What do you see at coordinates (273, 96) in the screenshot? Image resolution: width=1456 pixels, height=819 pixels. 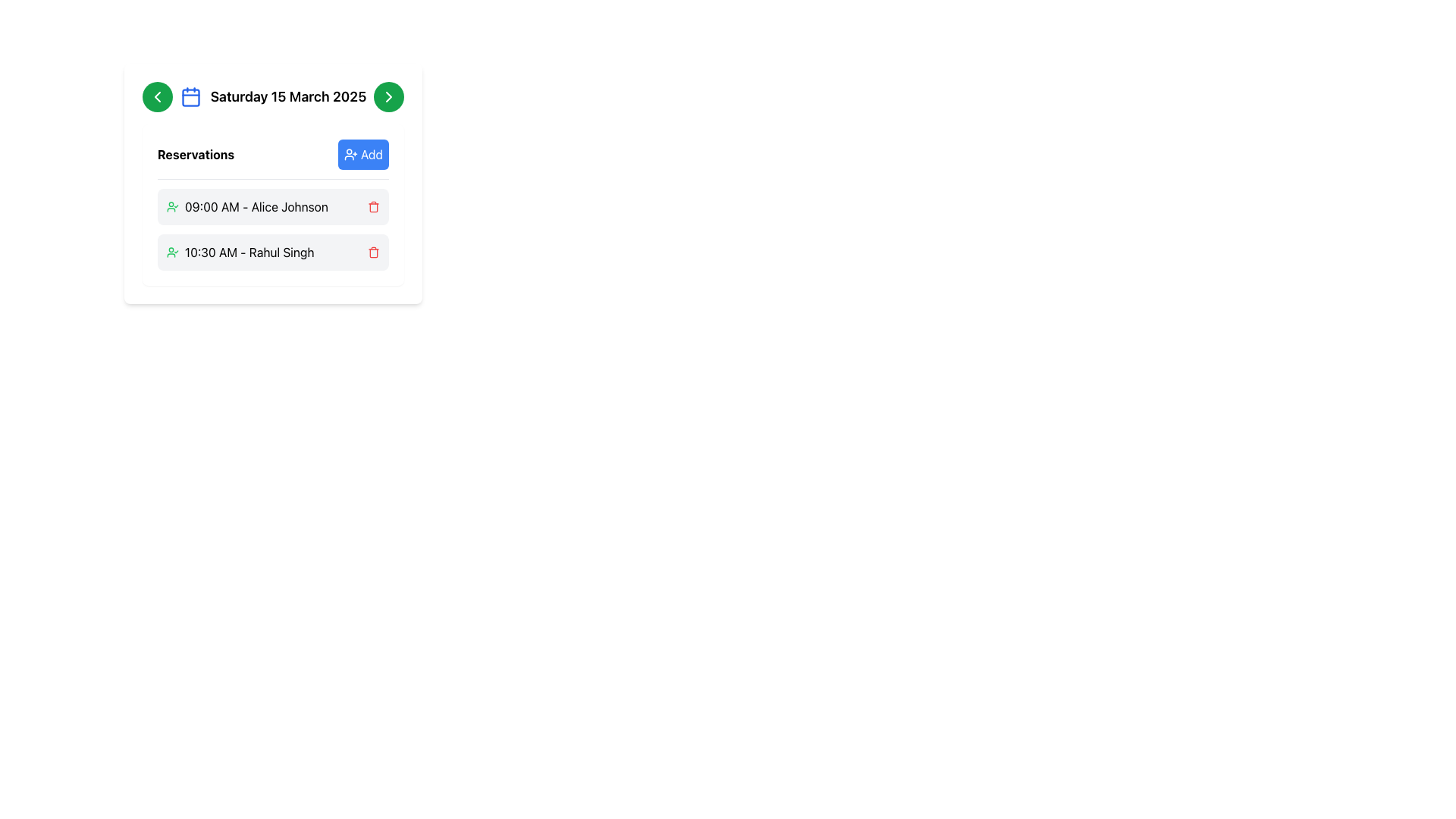 I see `the informational display label that shows the currently selected date, which is centrally aligned between a green circular back button and a forward button` at bounding box center [273, 96].